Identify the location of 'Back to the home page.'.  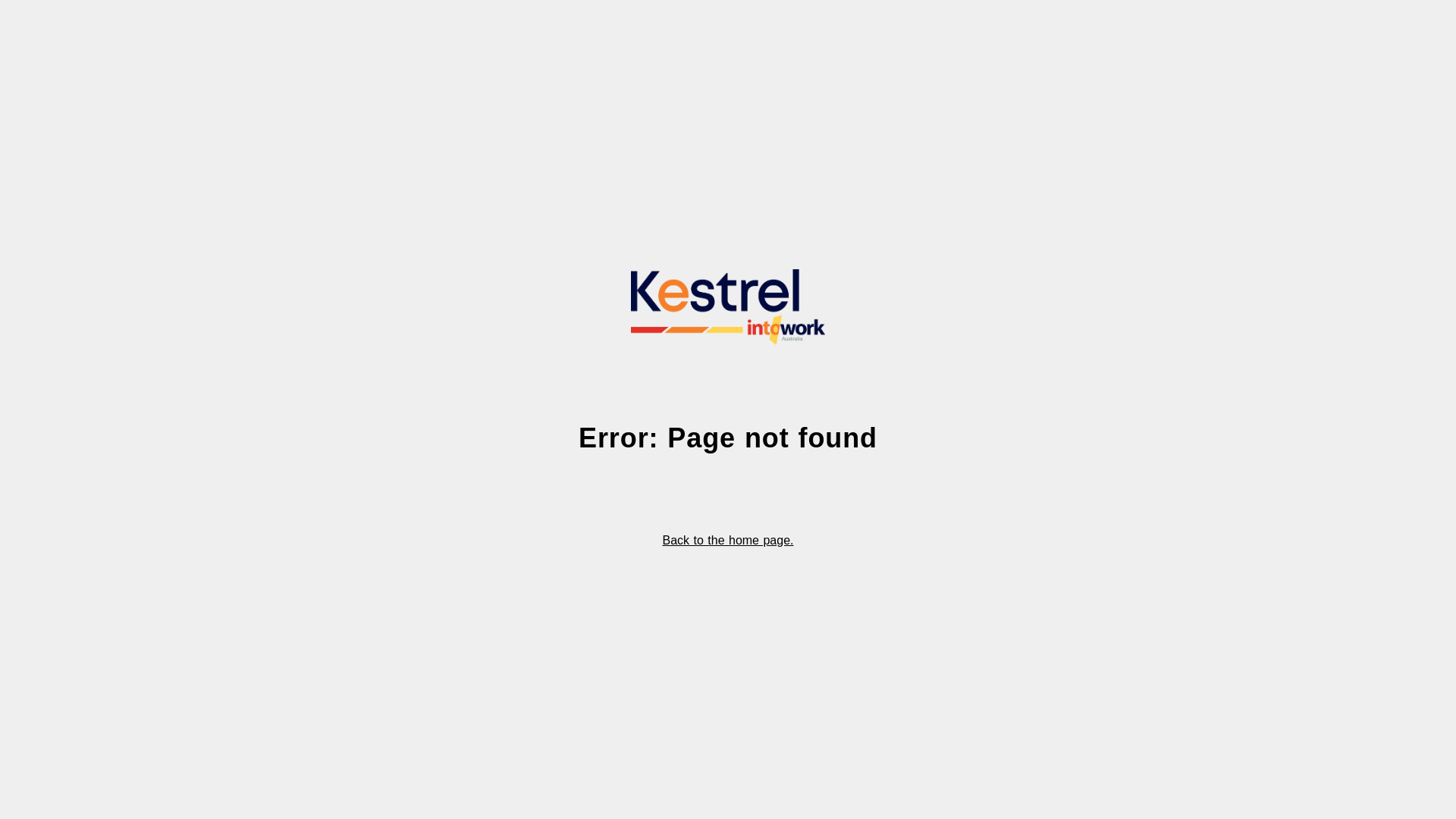
(726, 540).